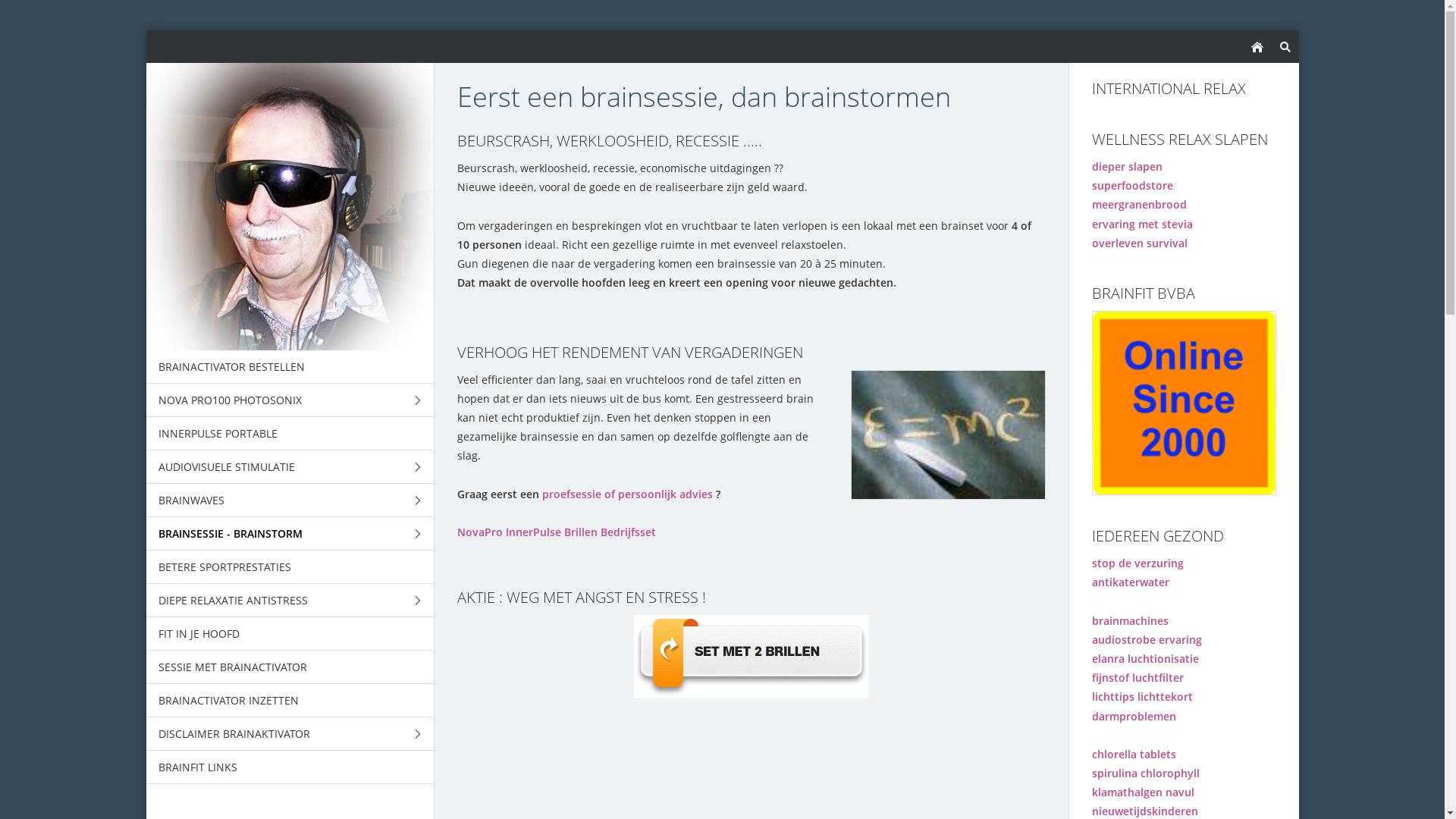 The image size is (1456, 819). I want to click on 'spirulina chlorophyll', so click(1146, 773).